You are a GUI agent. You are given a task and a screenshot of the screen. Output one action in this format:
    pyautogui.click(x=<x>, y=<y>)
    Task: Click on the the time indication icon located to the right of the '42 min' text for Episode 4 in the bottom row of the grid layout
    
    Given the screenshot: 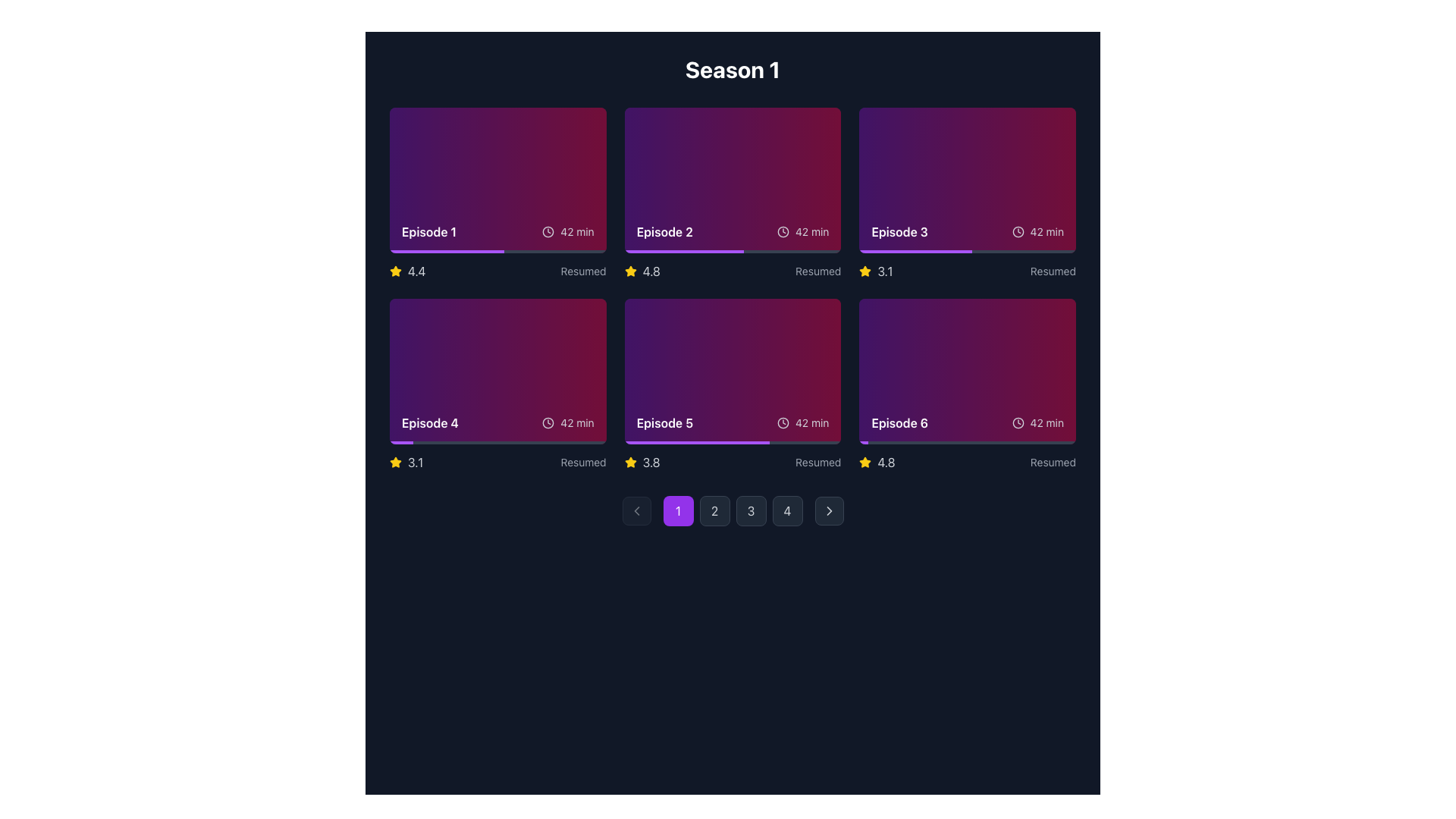 What is the action you would take?
    pyautogui.click(x=548, y=423)
    